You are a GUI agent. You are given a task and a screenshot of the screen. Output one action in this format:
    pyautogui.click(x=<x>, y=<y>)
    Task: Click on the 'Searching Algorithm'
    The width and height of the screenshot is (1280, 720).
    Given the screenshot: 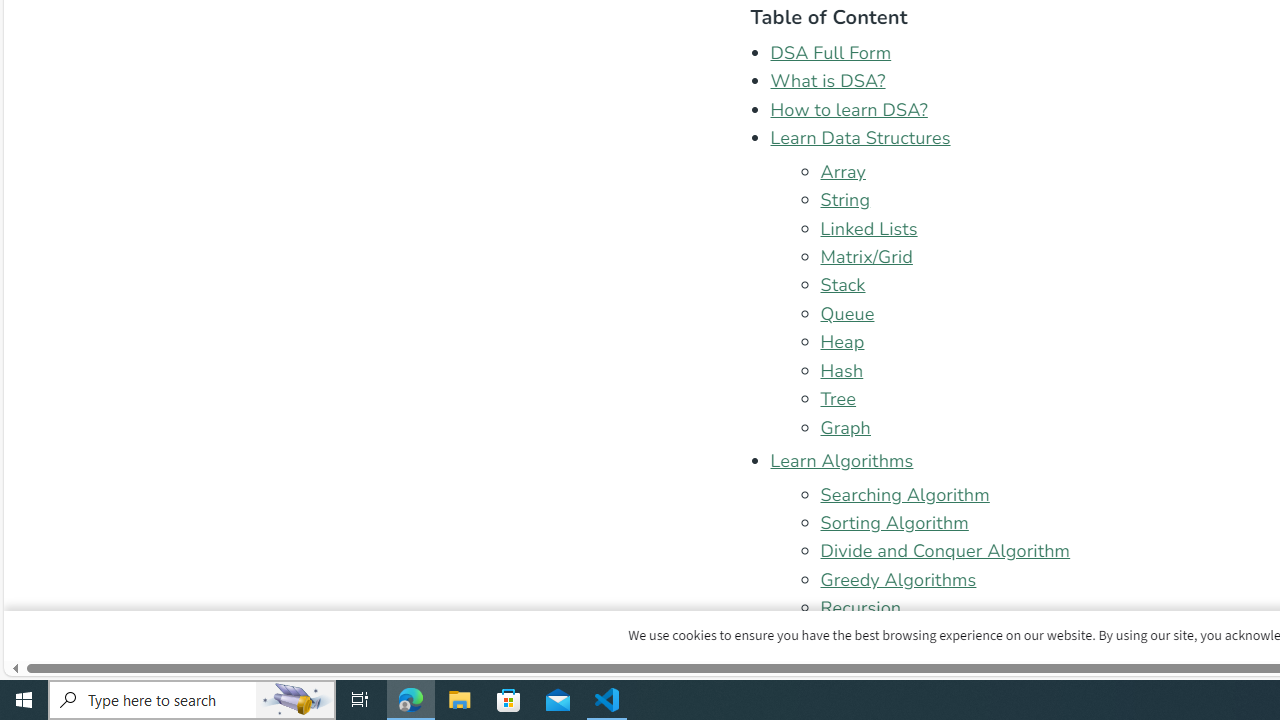 What is the action you would take?
    pyautogui.click(x=903, y=494)
    